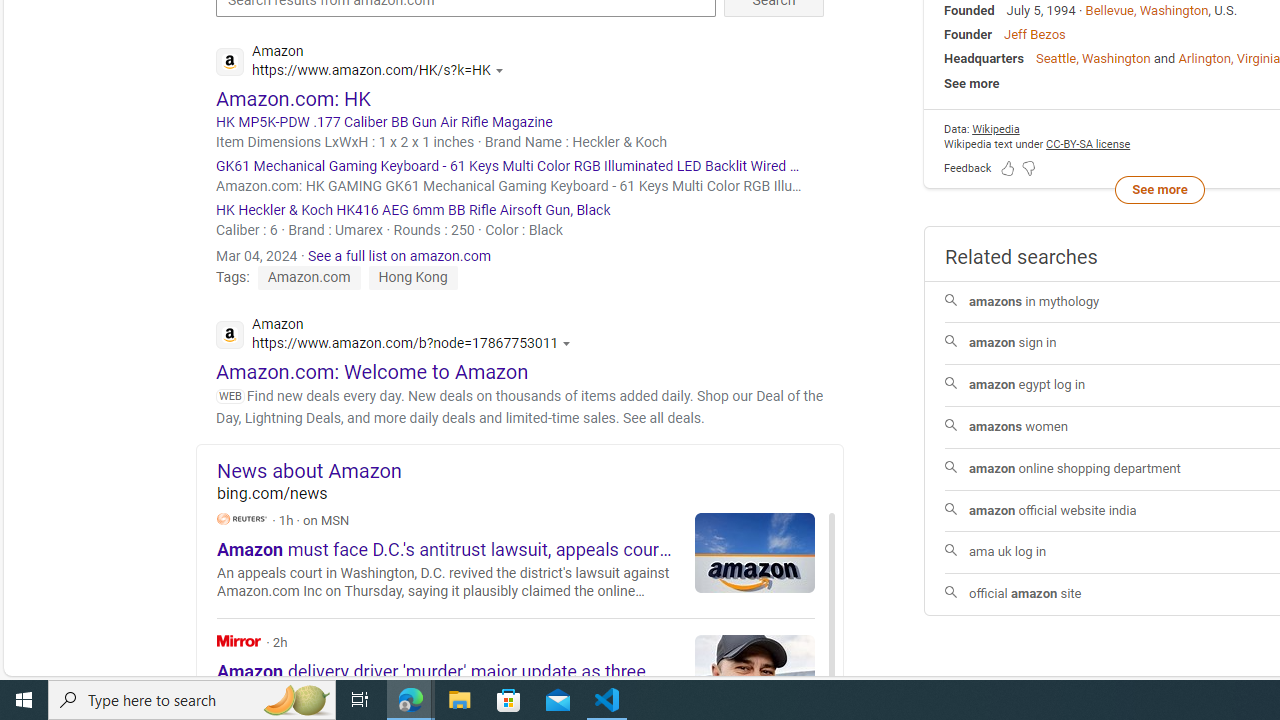  What do you see at coordinates (520, 122) in the screenshot?
I see `'HK MP5K-PDW .177 Caliber BB Gun Air Rifle Magazine'` at bounding box center [520, 122].